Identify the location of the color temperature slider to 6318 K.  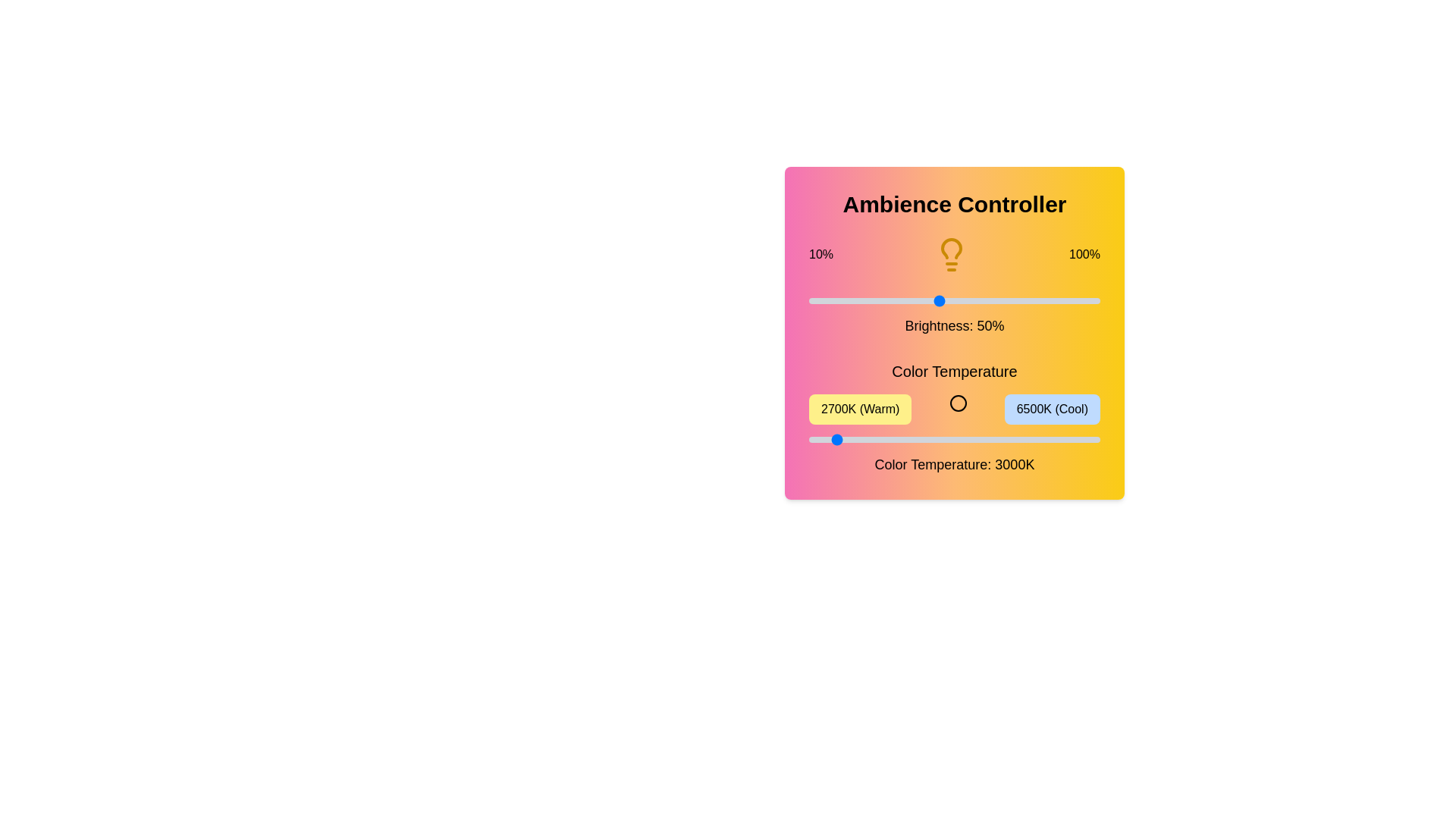
(1085, 439).